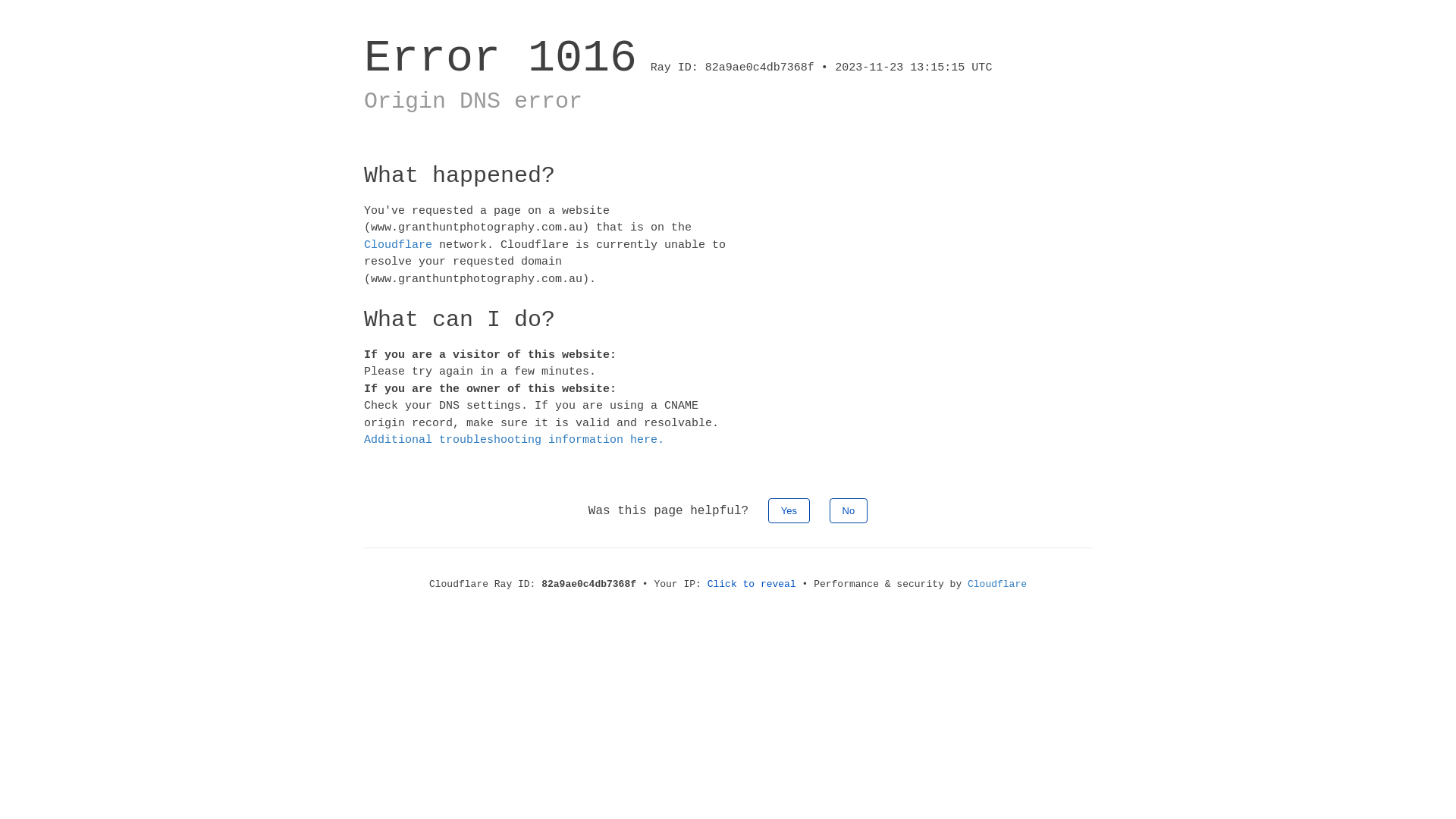 This screenshot has width=1456, height=819. I want to click on 'Click to reveal', so click(752, 582).